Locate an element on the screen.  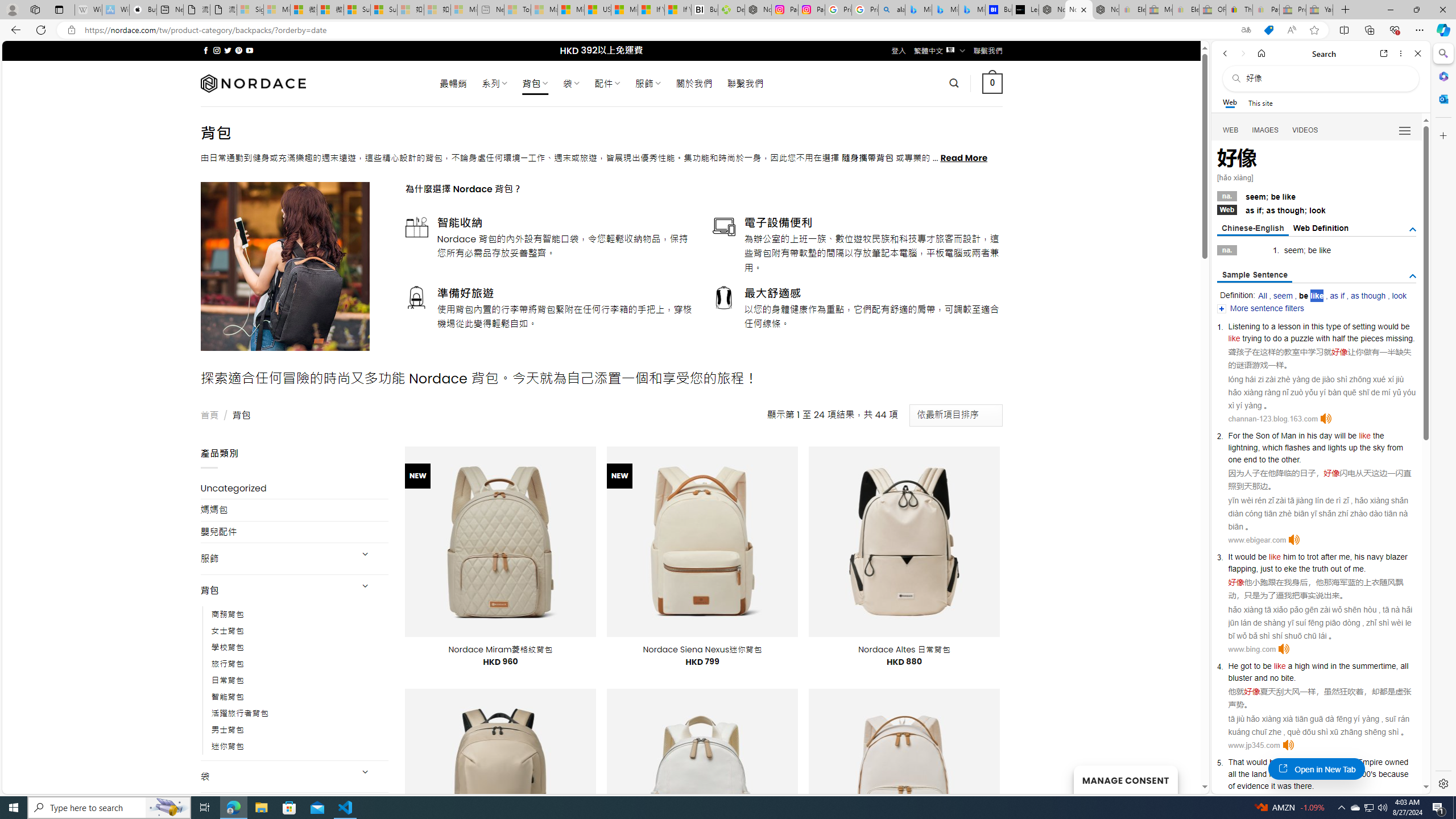
'just' is located at coordinates (1267, 568).